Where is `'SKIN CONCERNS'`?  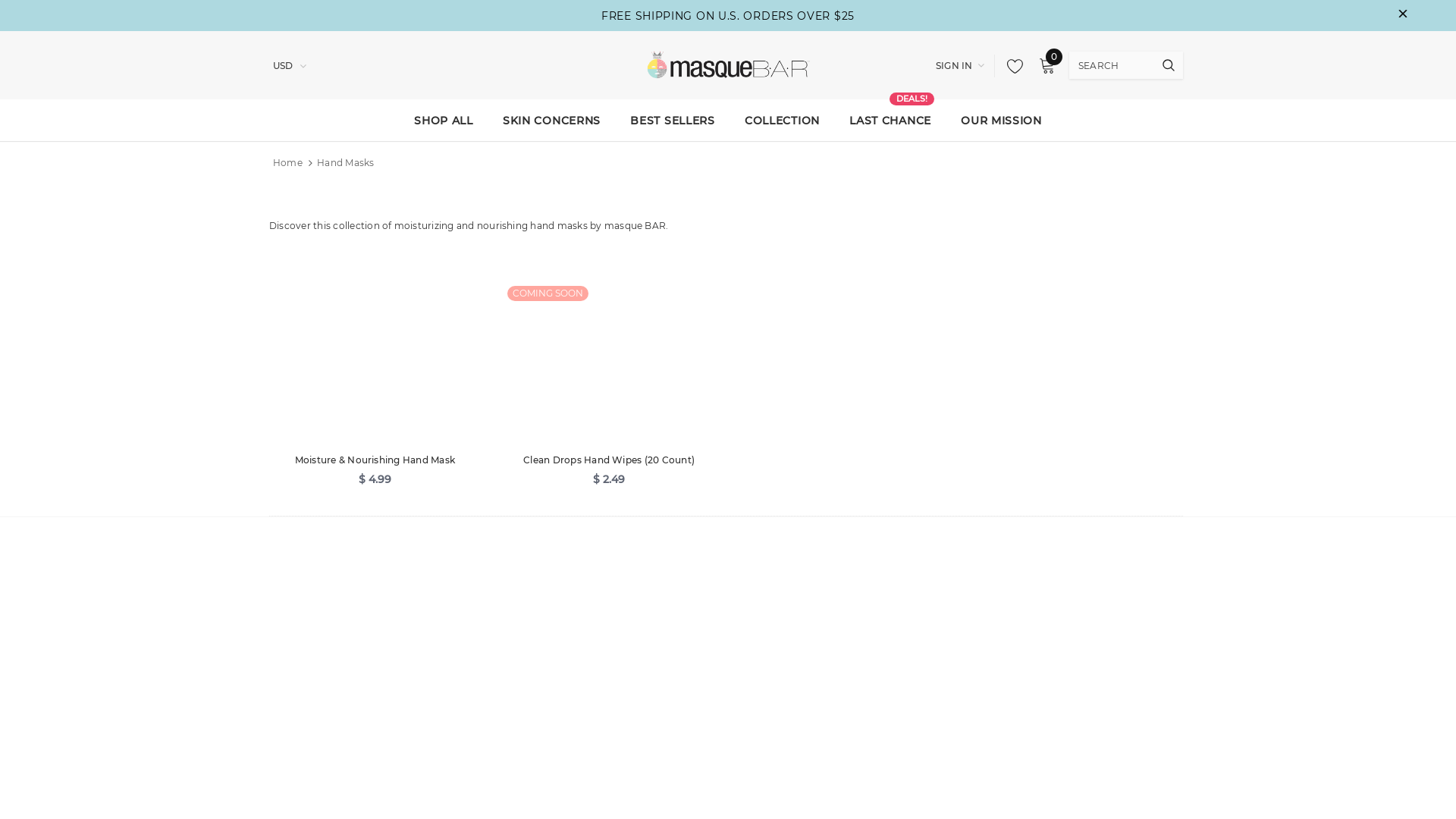 'SKIN CONCERNS' is located at coordinates (551, 119).